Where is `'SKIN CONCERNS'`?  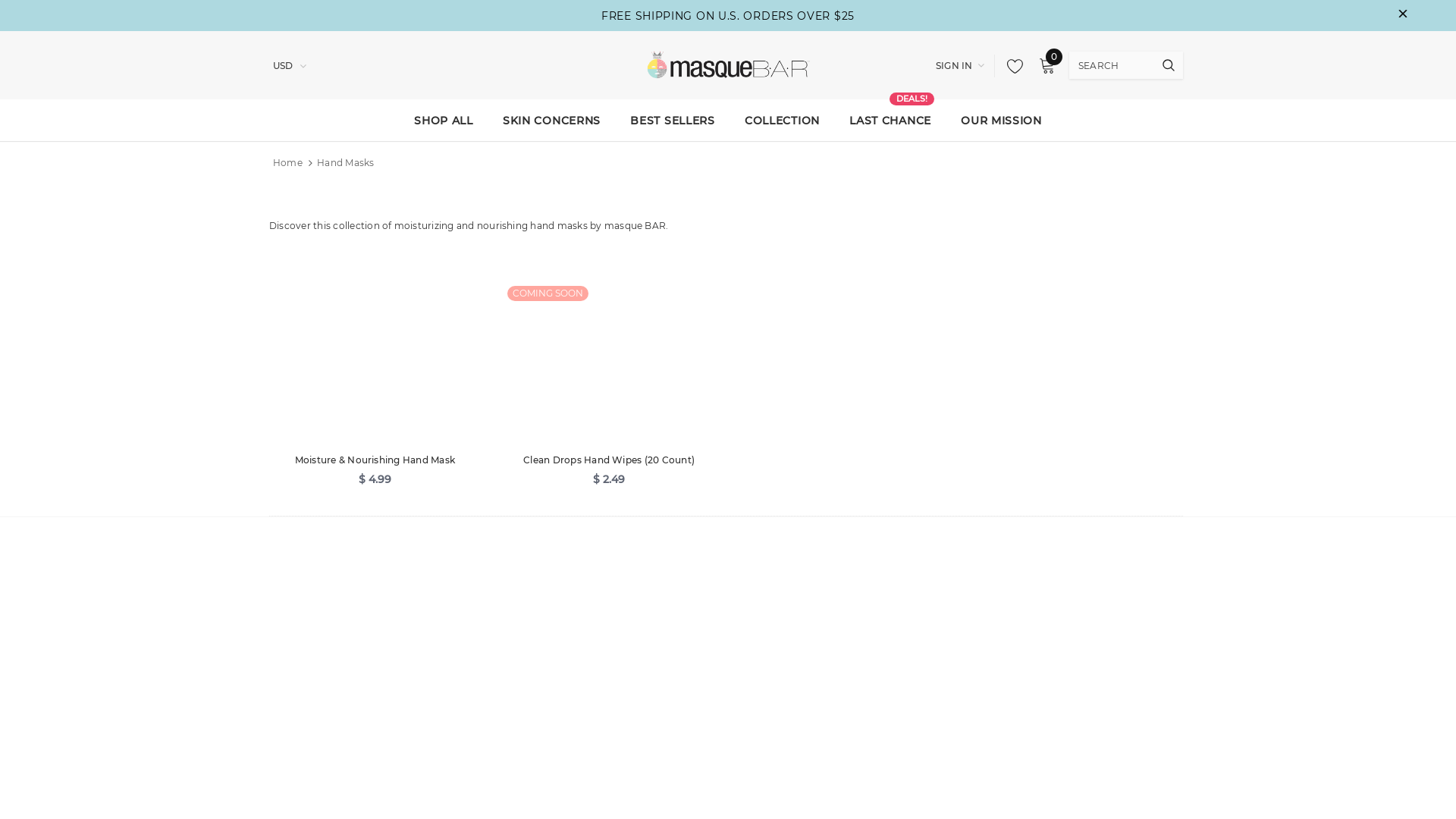 'SKIN CONCERNS' is located at coordinates (551, 119).